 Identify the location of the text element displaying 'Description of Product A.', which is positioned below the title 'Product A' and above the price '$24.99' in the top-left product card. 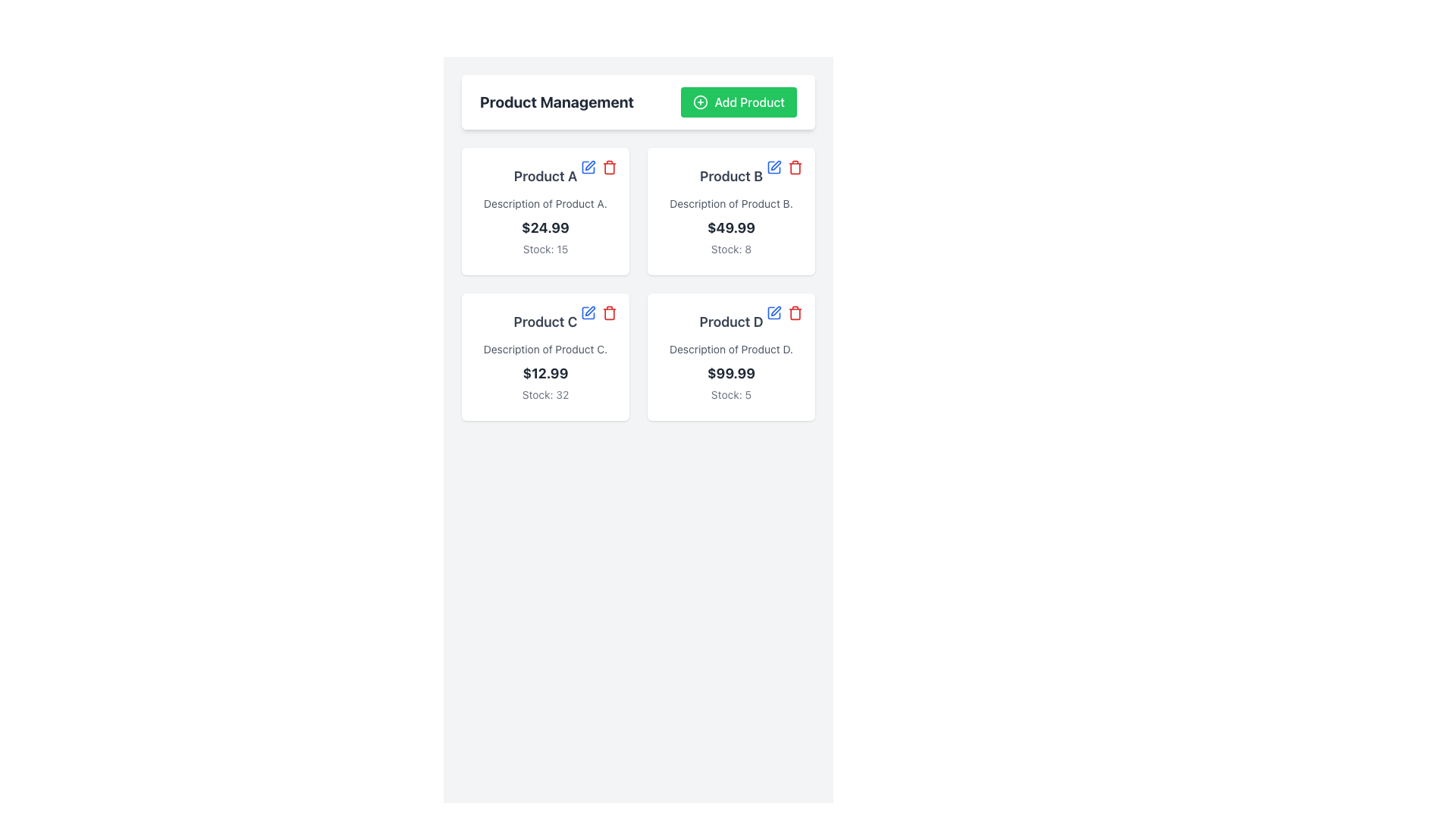
(545, 203).